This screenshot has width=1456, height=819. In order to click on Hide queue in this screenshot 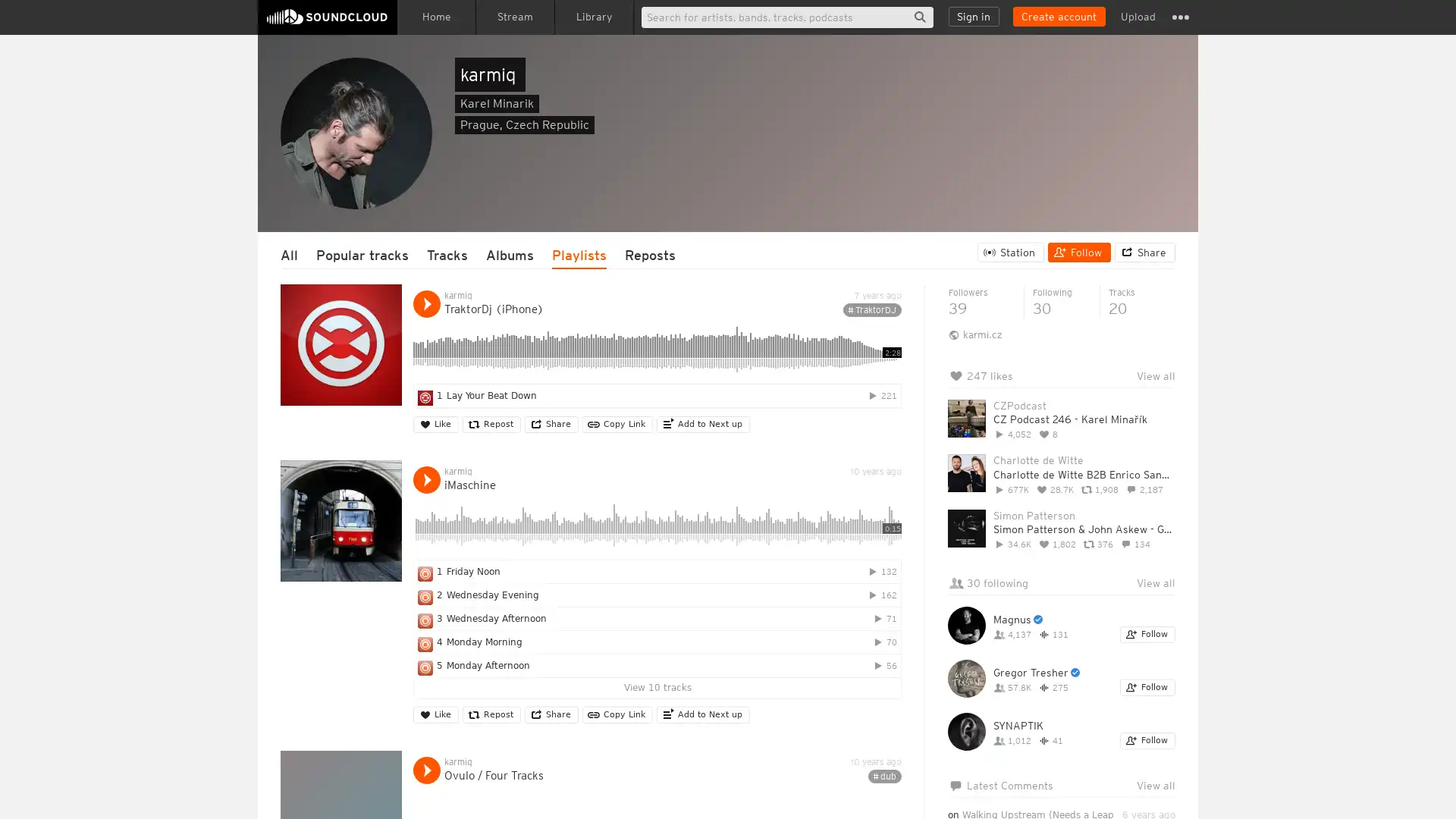, I will do `click(1165, 414)`.